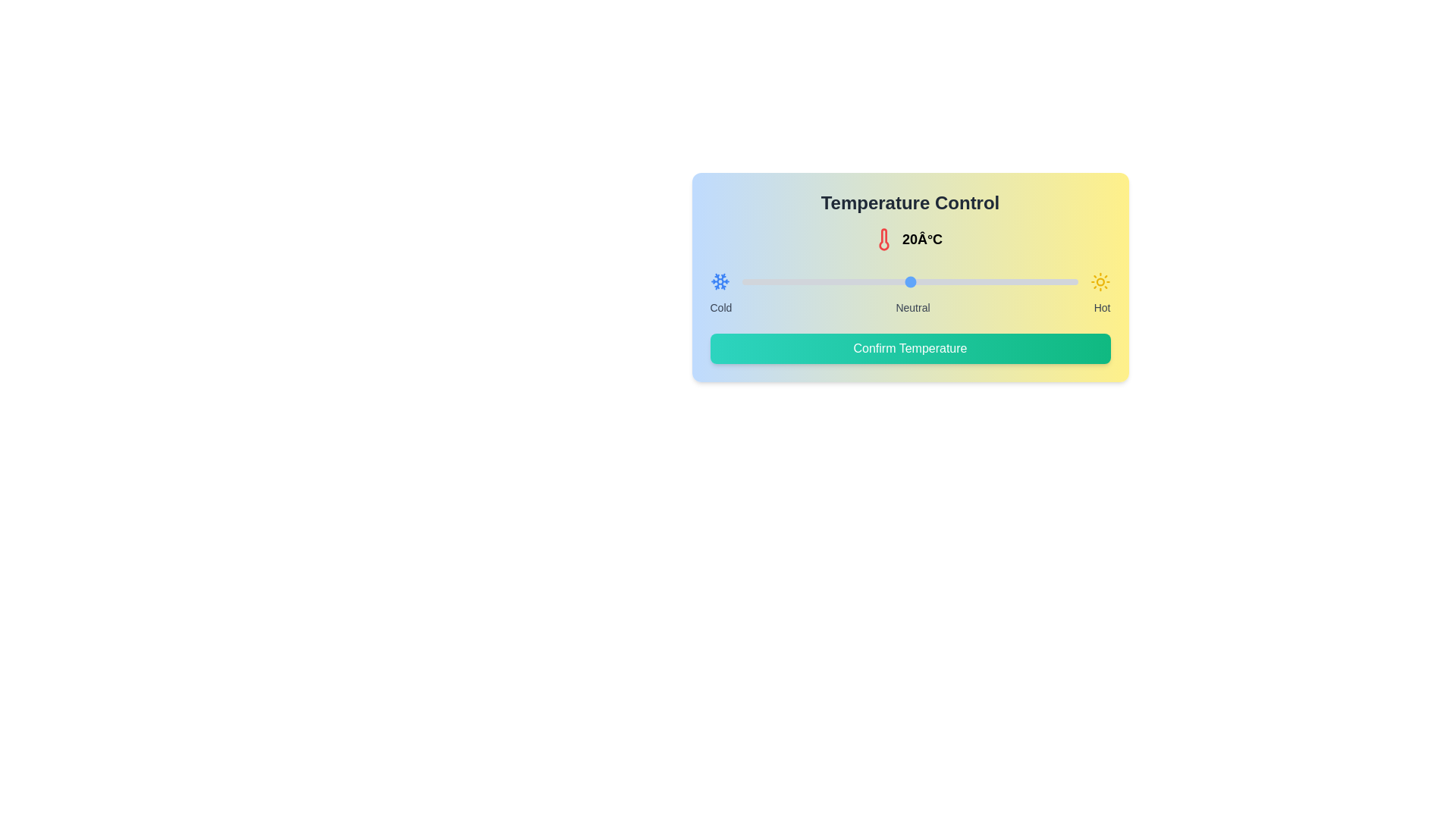 This screenshot has height=819, width=1456. I want to click on the temperature slider to 38°C, so click(1060, 281).